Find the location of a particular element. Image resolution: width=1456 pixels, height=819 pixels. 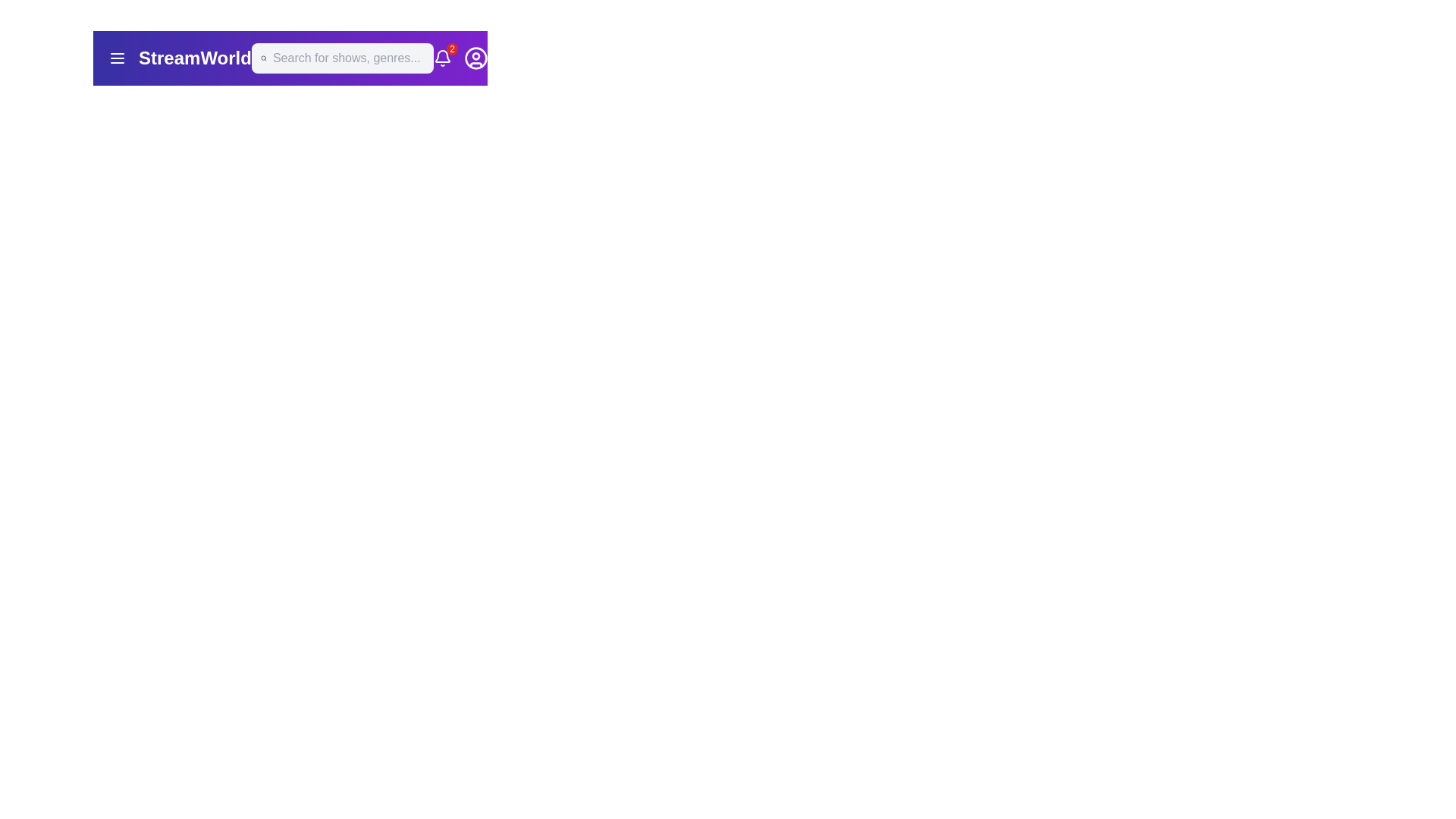

the outermost SVG Circle in the top-right corner of the navigation bar, which is part of the user profile icon is located at coordinates (475, 58).